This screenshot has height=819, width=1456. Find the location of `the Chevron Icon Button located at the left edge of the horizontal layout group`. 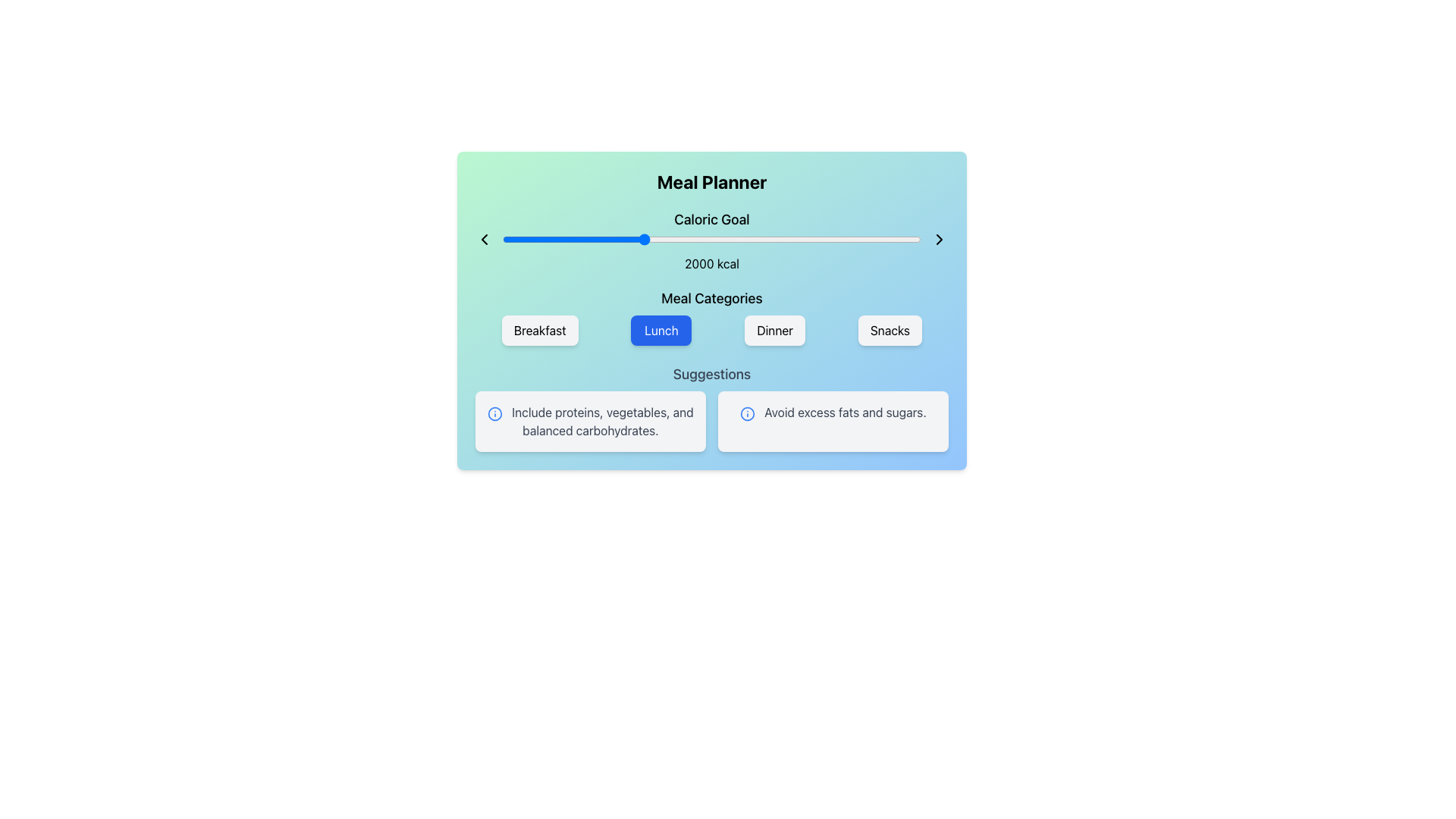

the Chevron Icon Button located at the left edge of the horizontal layout group is located at coordinates (483, 239).